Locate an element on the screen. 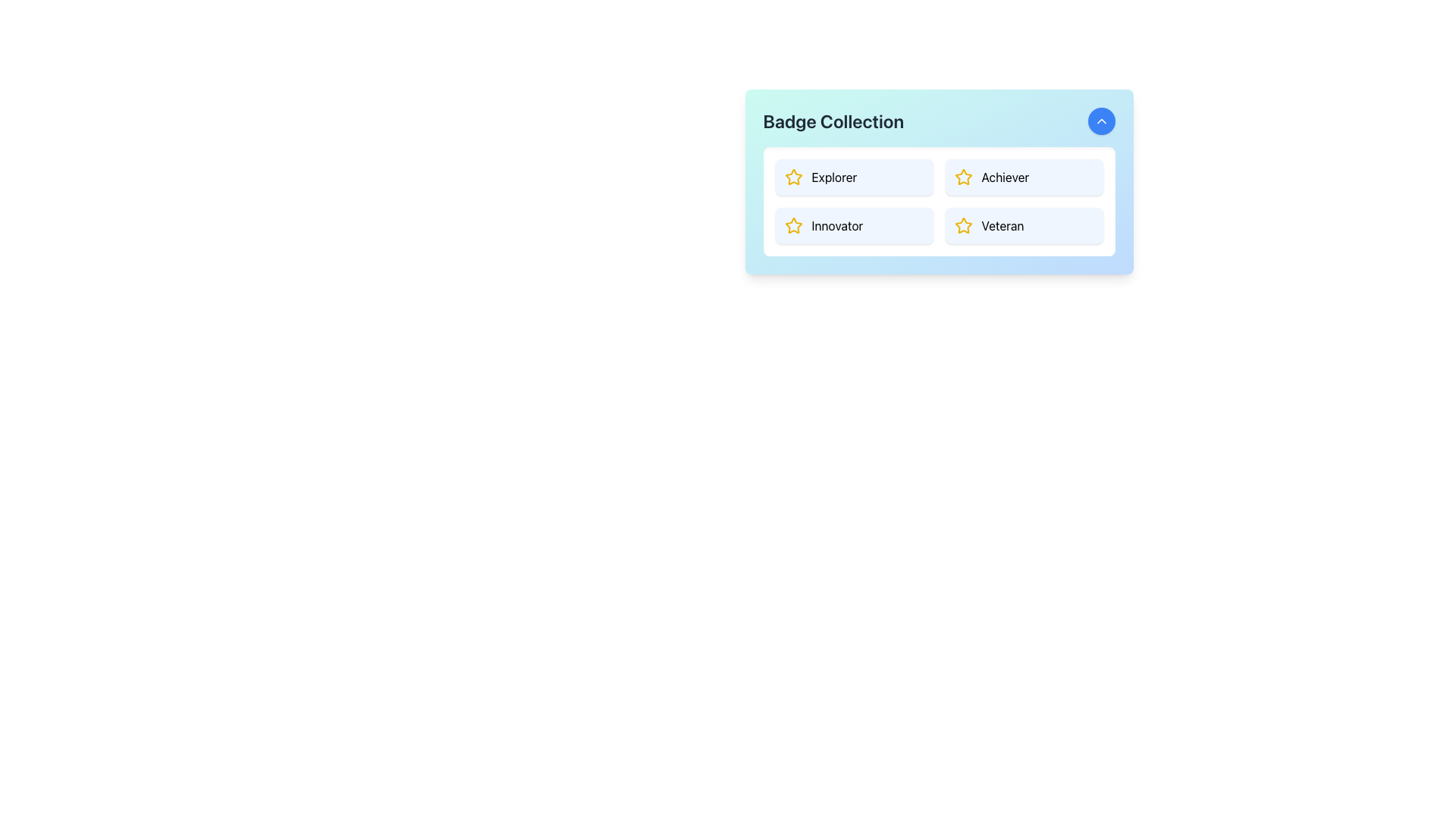 This screenshot has width=1456, height=819. the star icon that signifies a rating or highlight for the 'Veteran' badge, which is located at the bottom-right of the badge list within the 'Badge Collection' card is located at coordinates (962, 225).